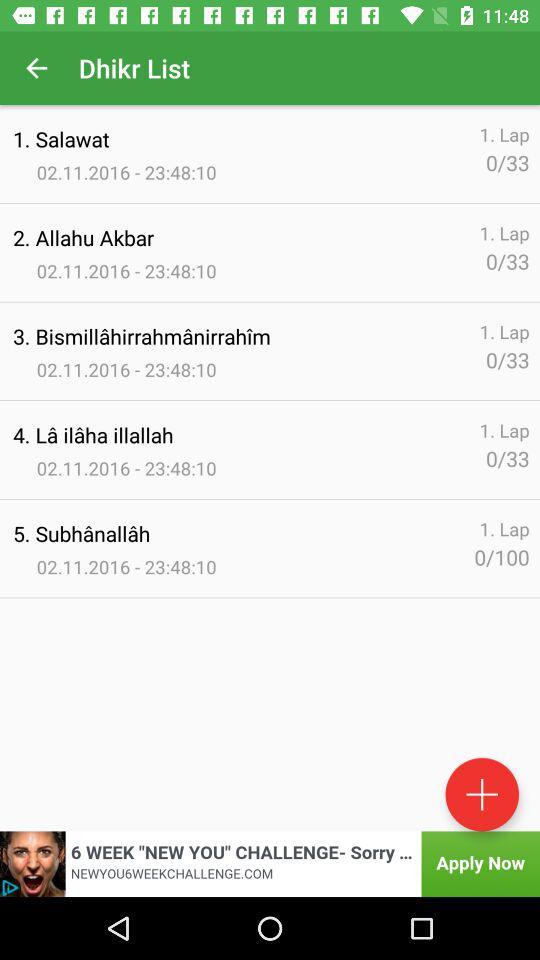 This screenshot has width=540, height=960. I want to click on list, so click(481, 794).